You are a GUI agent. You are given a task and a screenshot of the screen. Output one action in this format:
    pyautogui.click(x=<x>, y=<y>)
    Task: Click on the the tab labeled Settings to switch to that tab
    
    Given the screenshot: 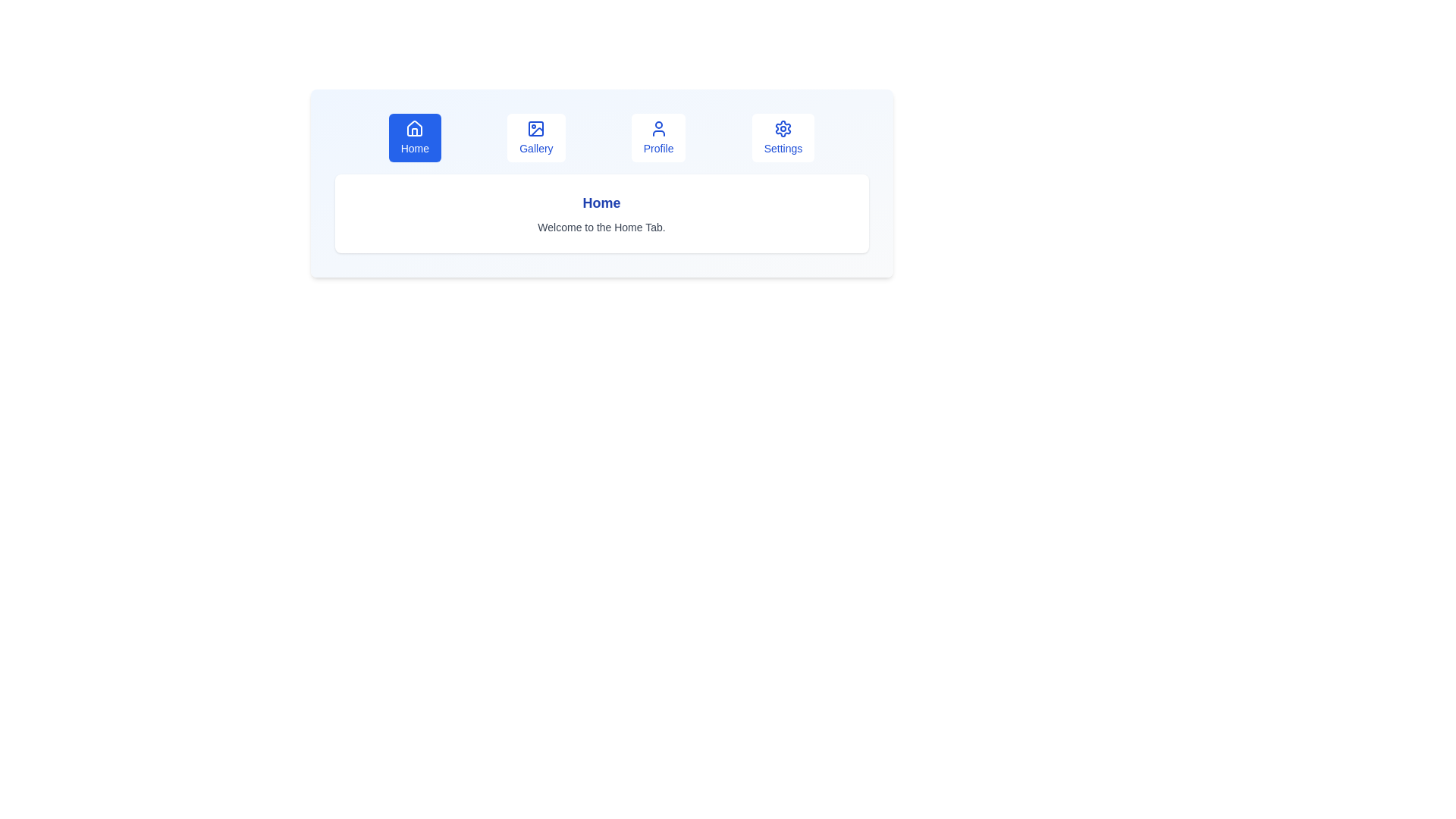 What is the action you would take?
    pyautogui.click(x=783, y=137)
    